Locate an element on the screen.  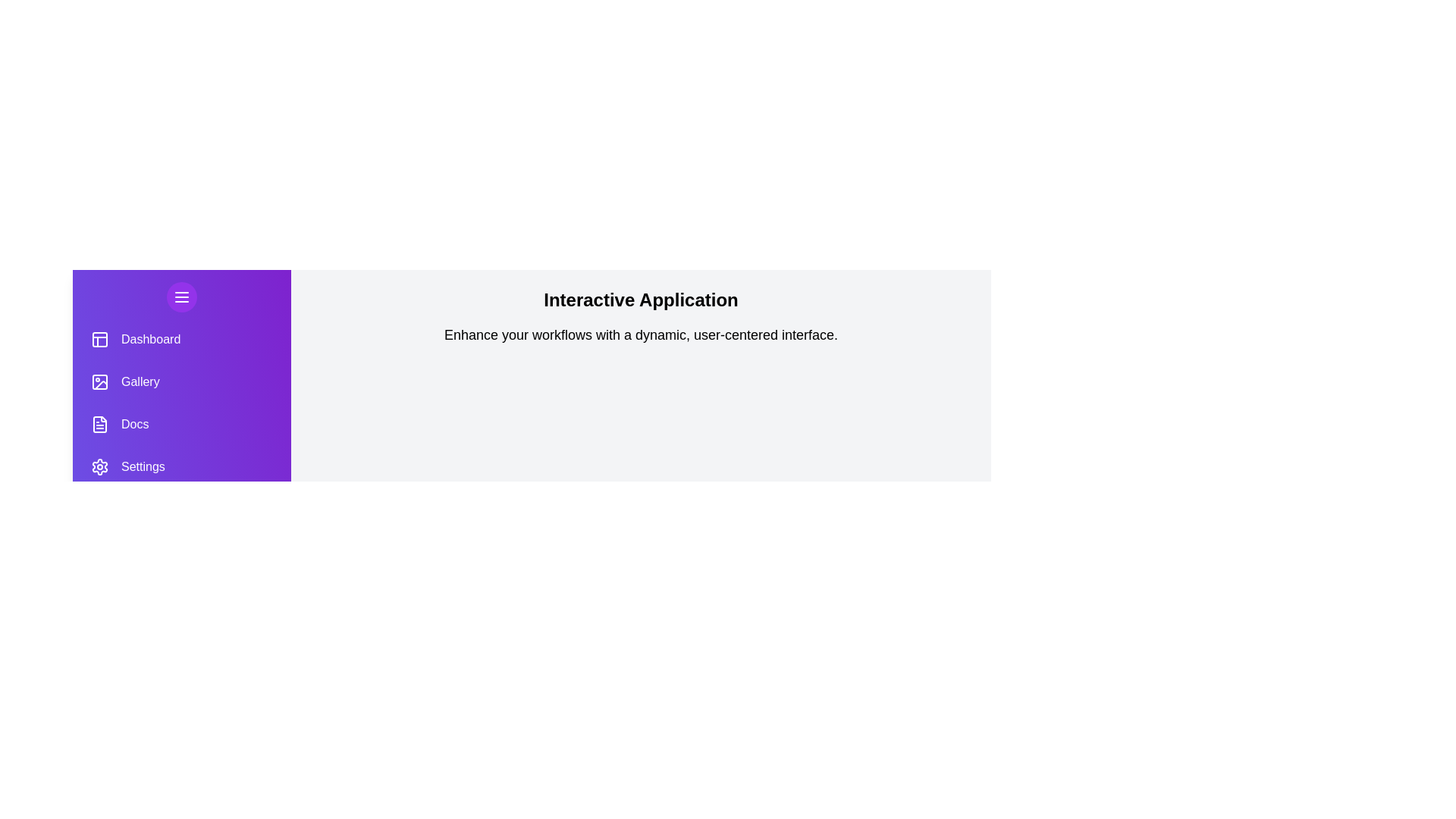
the menu button to toggle the drawer is located at coordinates (182, 297).